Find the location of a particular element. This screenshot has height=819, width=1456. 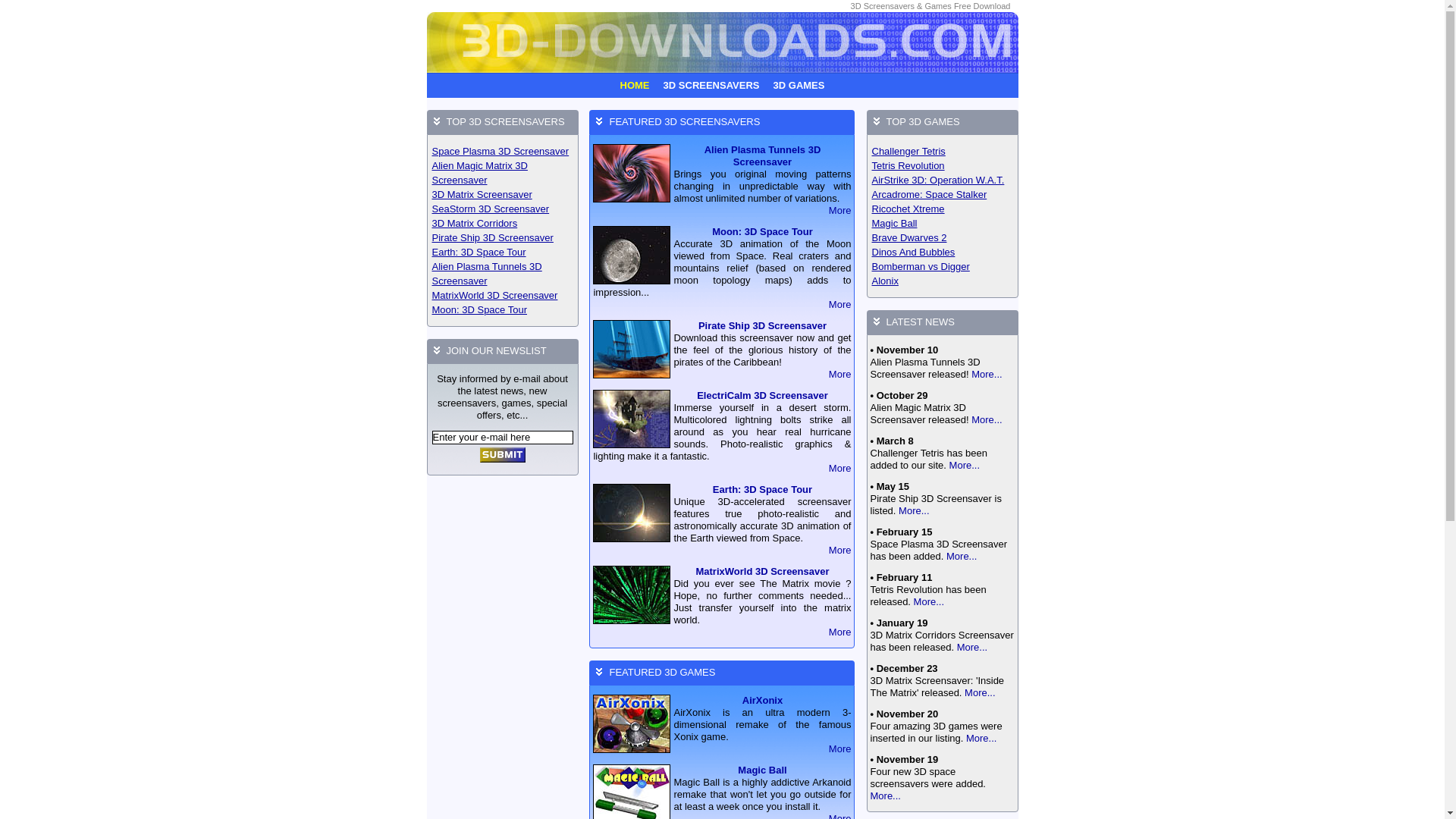

'AirStrike 3D: Operation W.A.T.' is located at coordinates (942, 179).